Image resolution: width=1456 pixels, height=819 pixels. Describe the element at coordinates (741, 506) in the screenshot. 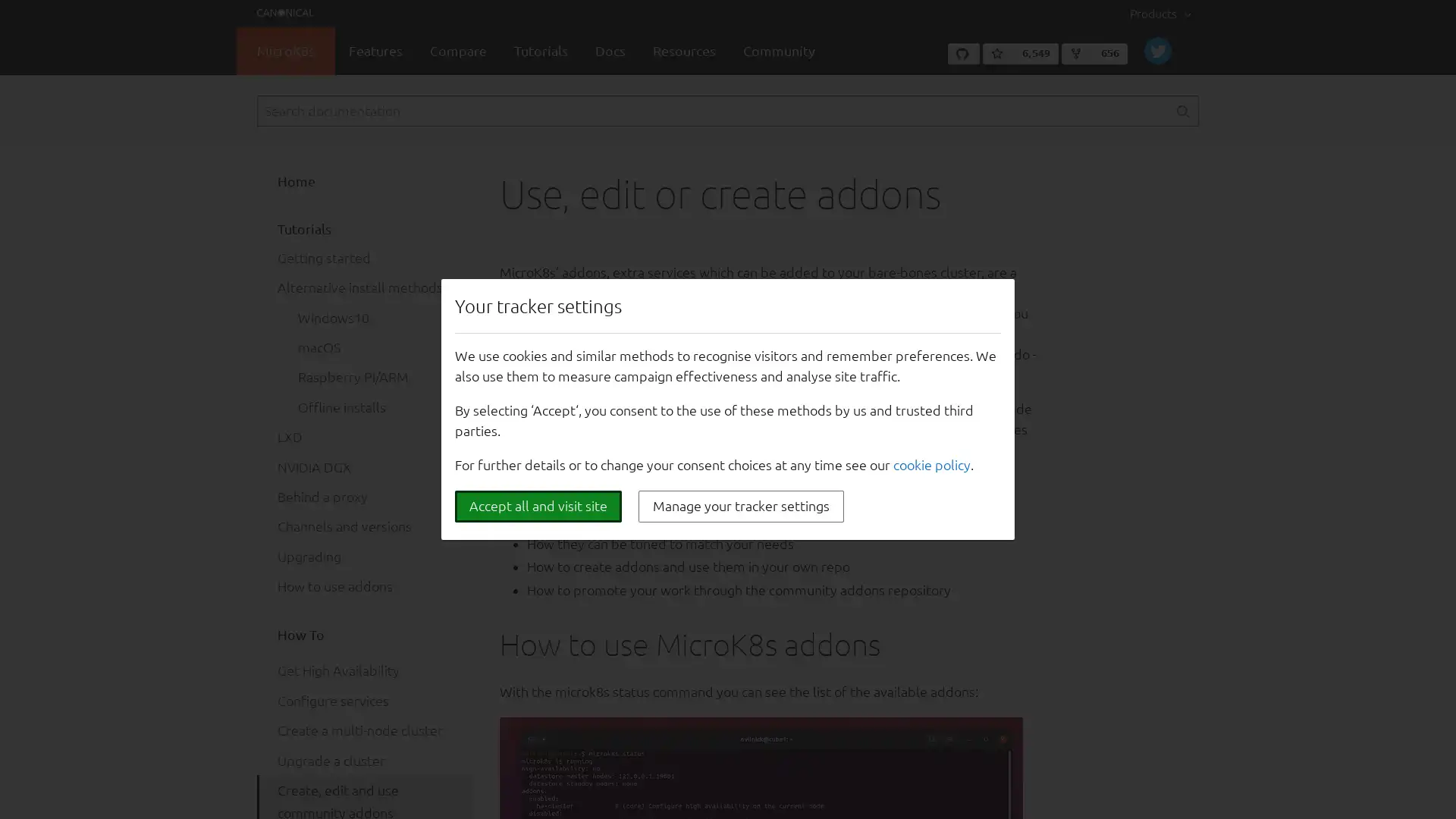

I see `Manage your tracker settings` at that location.